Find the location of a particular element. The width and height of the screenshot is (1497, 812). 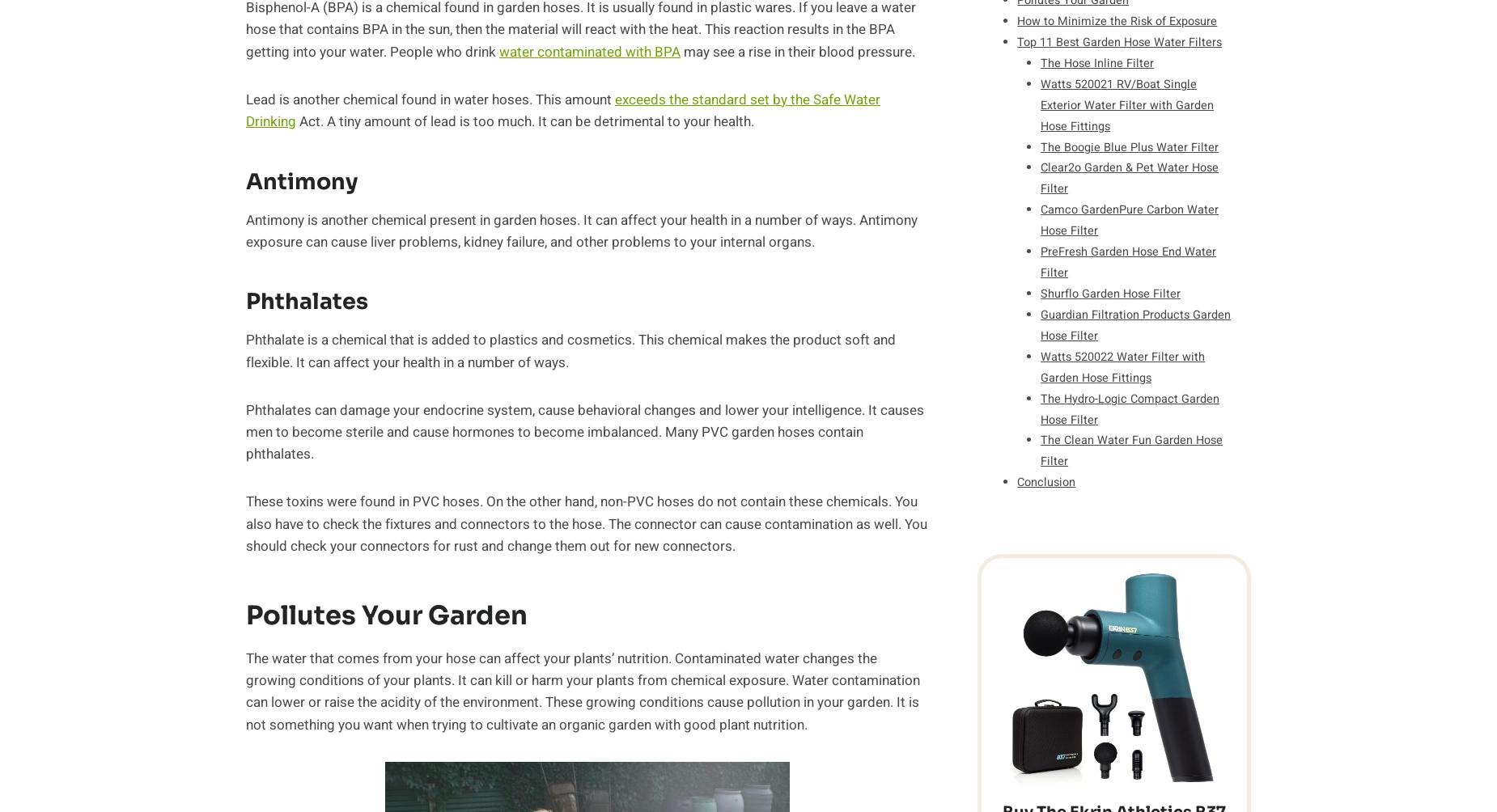

'PreFresh Garden Hose End Water Filter' is located at coordinates (1128, 262).